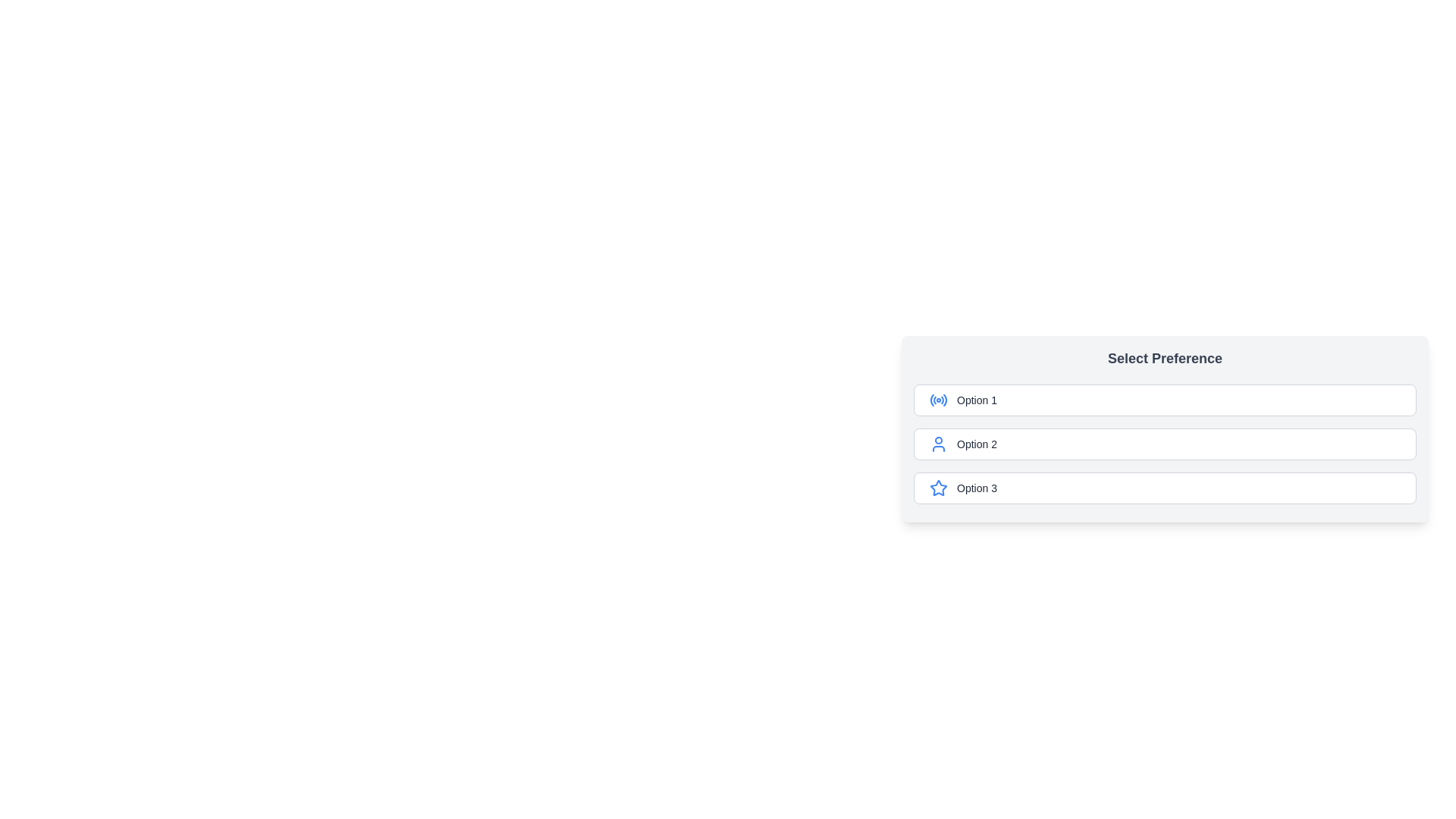  Describe the element at coordinates (977, 400) in the screenshot. I see `the text label displaying 'Option 1'` at that location.